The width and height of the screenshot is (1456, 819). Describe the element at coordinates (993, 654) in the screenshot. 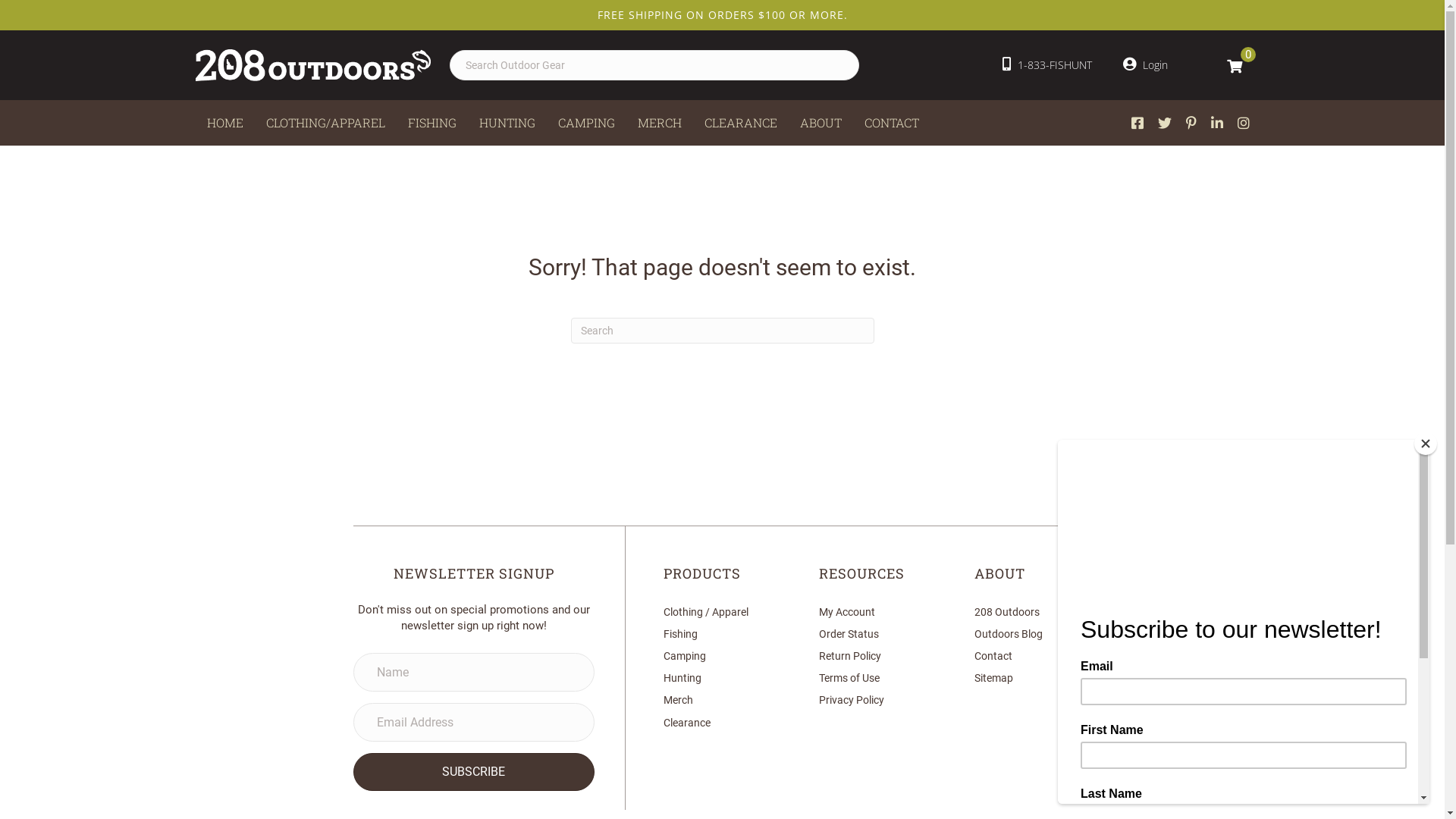

I see `'Contact'` at that location.